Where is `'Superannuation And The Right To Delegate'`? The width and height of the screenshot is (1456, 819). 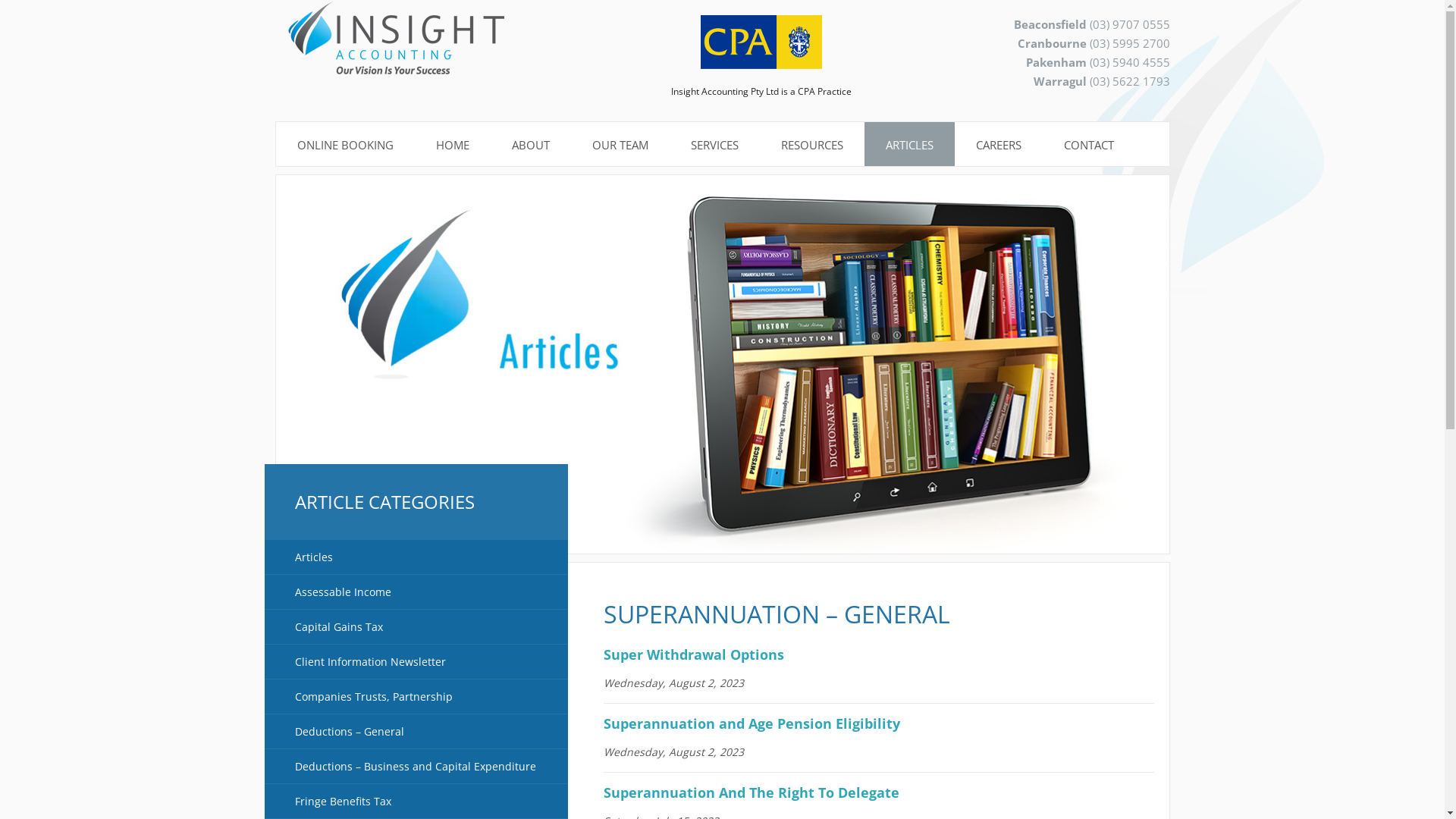
'Superannuation And The Right To Delegate' is located at coordinates (751, 792).